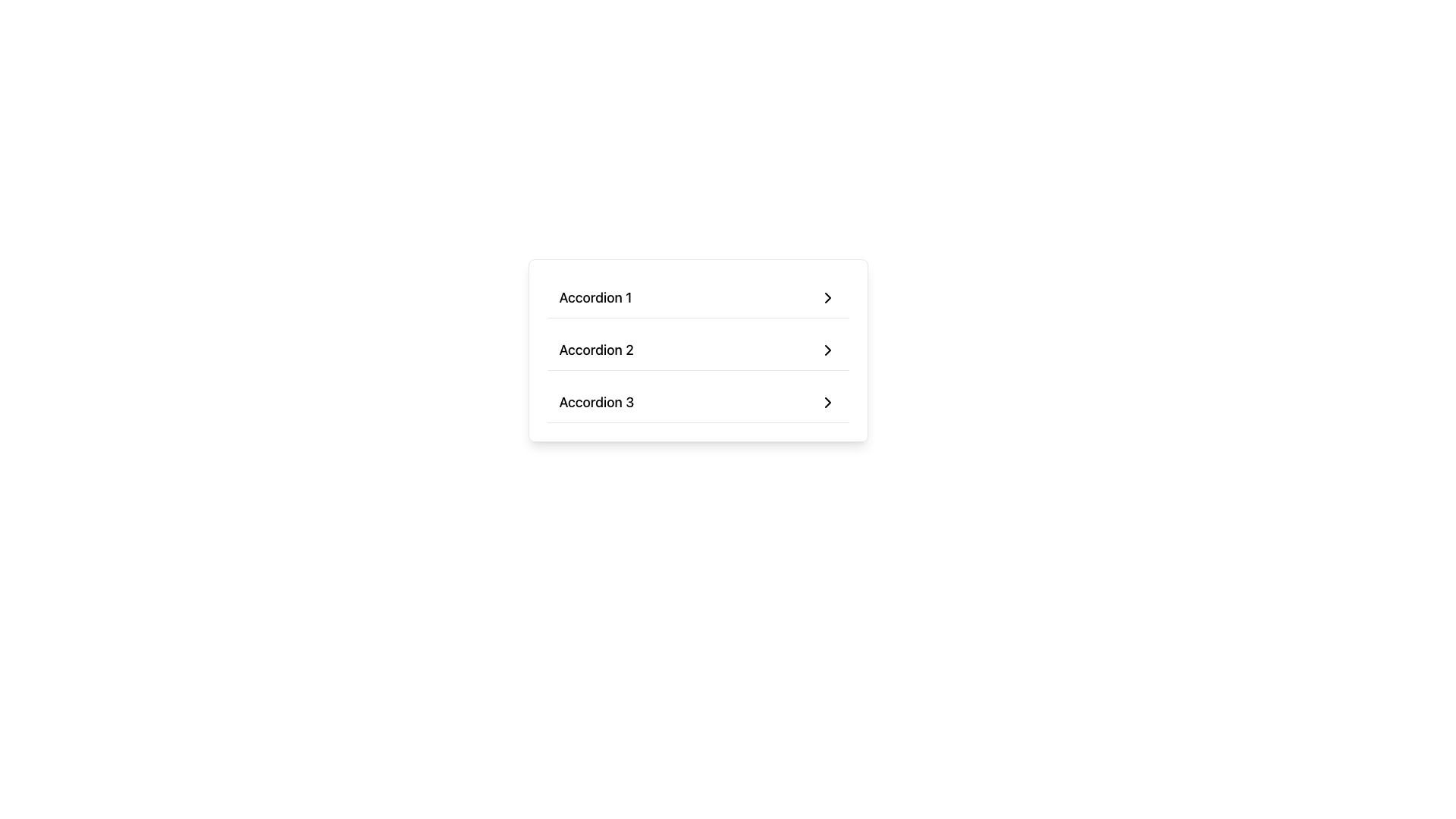 The image size is (1456, 819). Describe the element at coordinates (595, 350) in the screenshot. I see `the text label located in the second accordion section, which identifies the content of that section` at that location.